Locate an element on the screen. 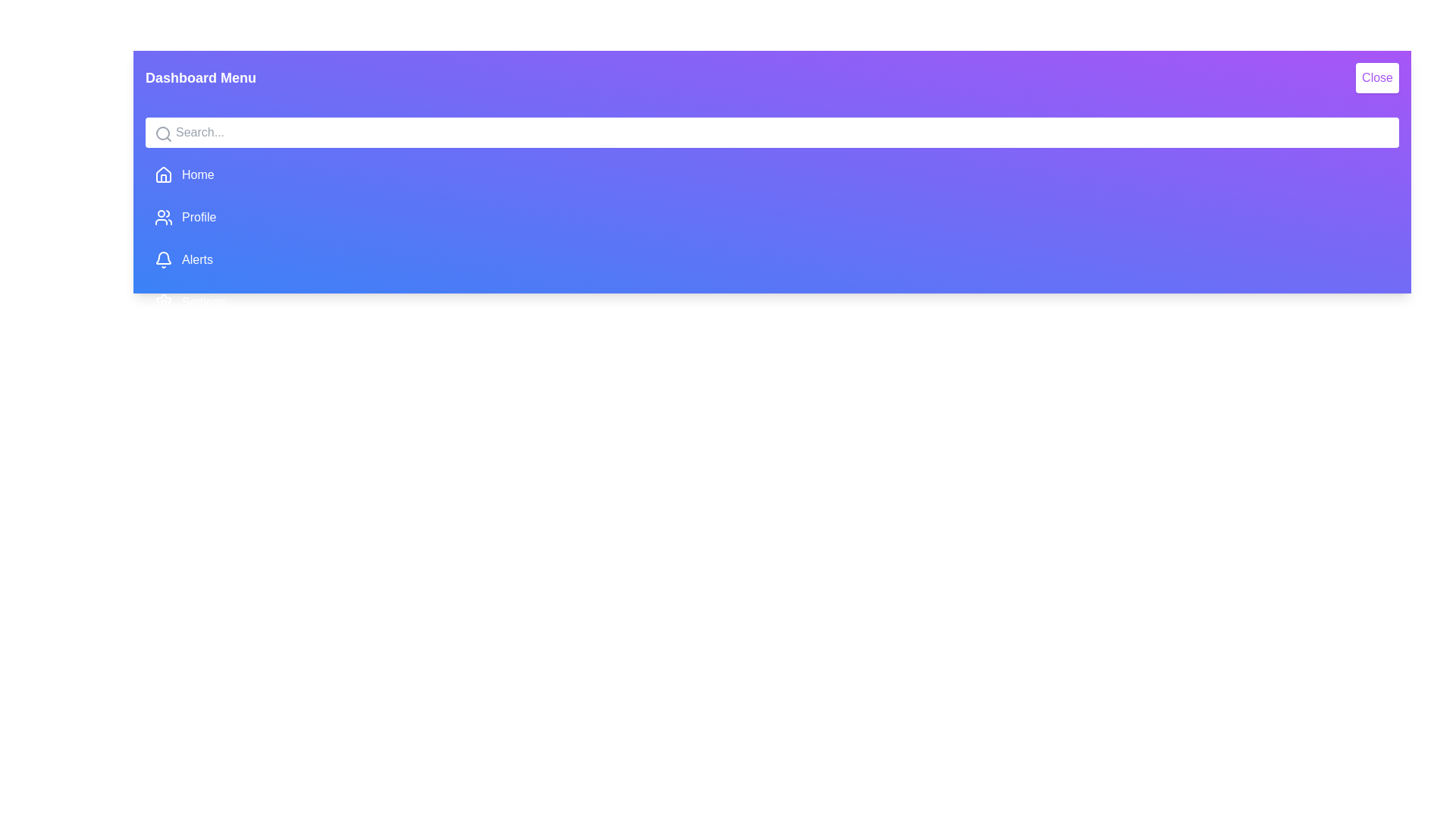 The image size is (1456, 819). the home icon in the leftmost section of the menu, which is visually represented as an SVG and indicates the 'Home' menu item is located at coordinates (164, 174).